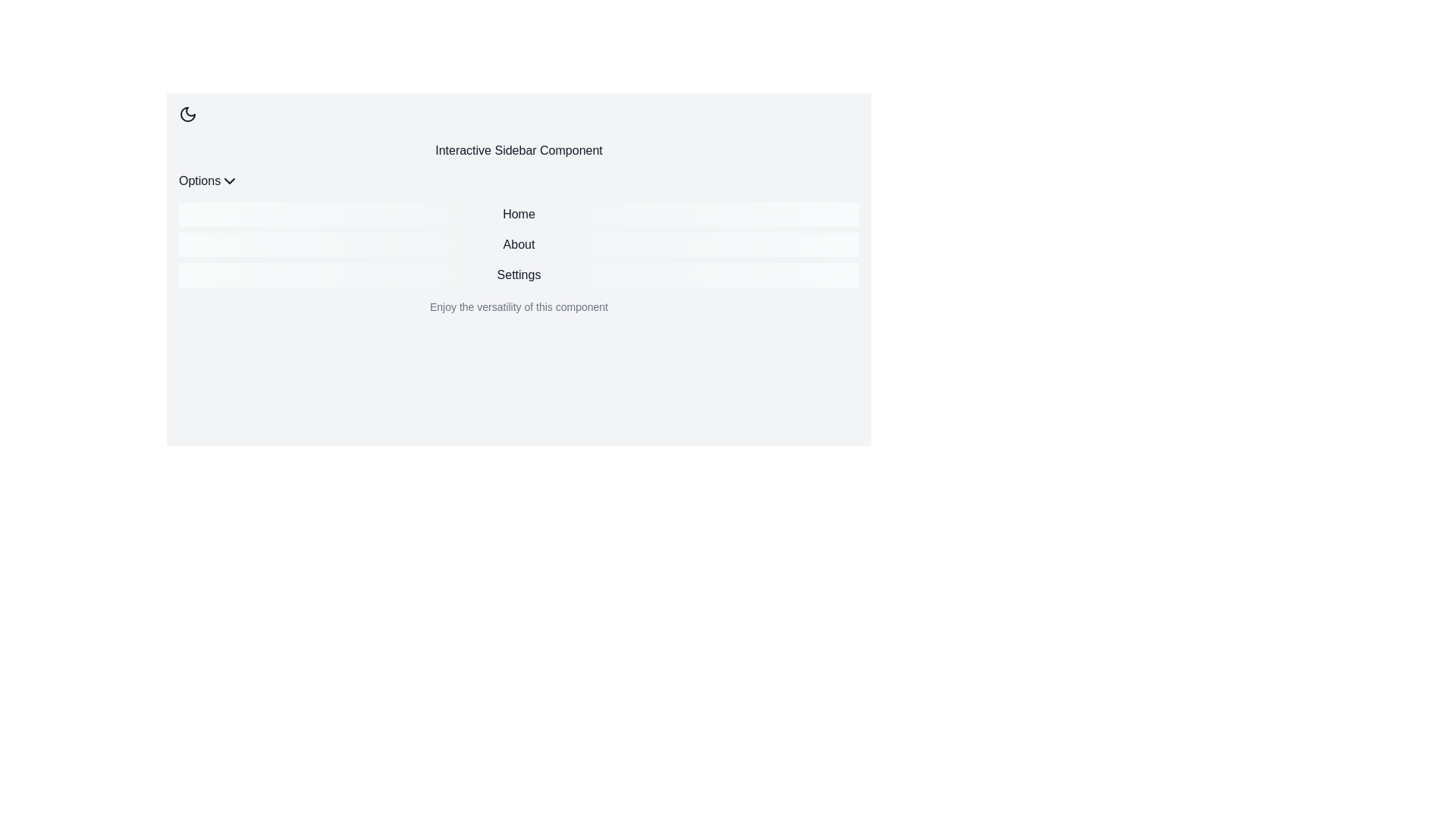  Describe the element at coordinates (208, 180) in the screenshot. I see `the dropdown menu trigger labeled 'Options' with a downward-facing chevron icon, located in the sidebar section of the interface` at that location.